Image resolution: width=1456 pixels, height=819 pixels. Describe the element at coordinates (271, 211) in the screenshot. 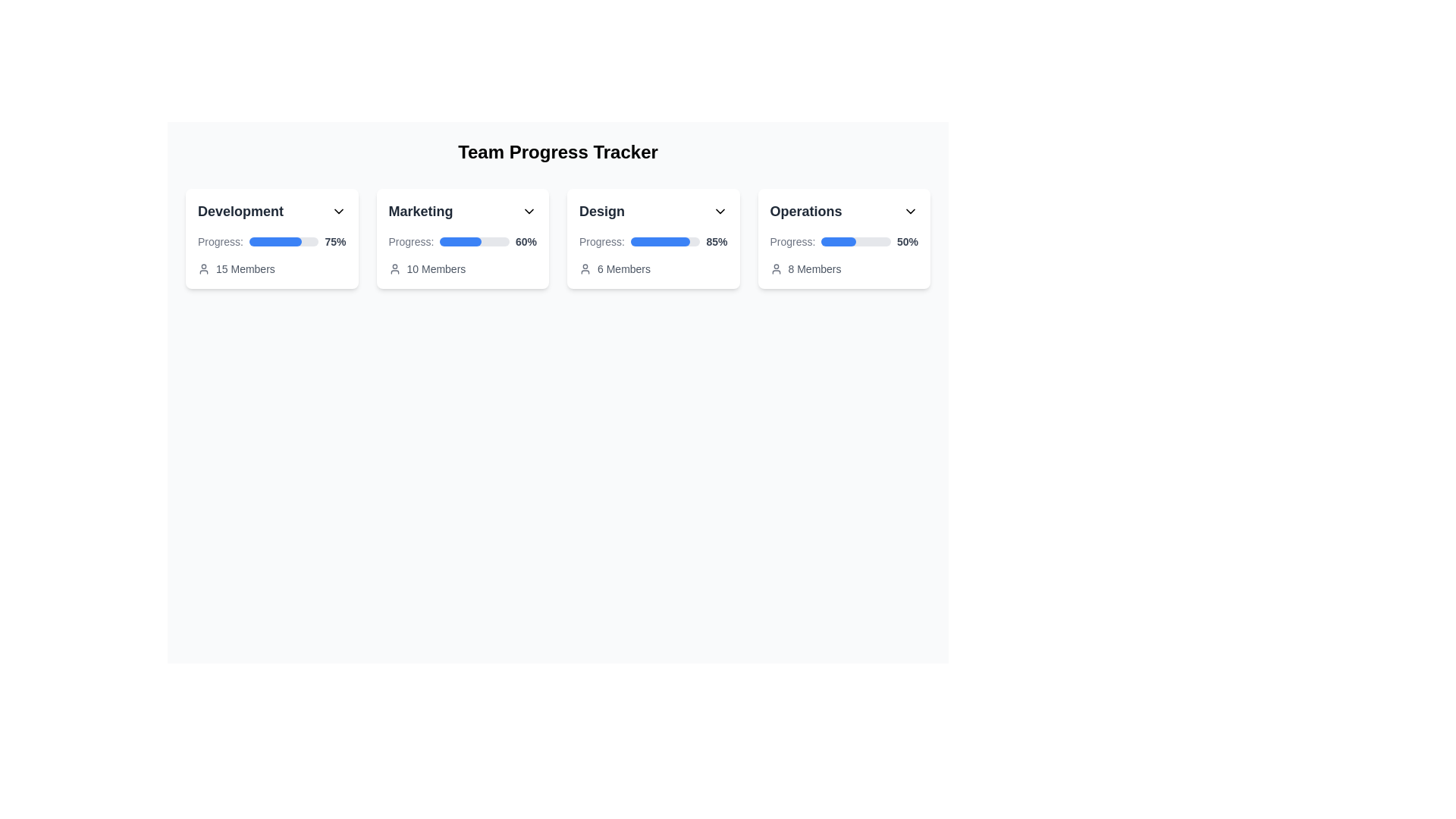

I see `the Text Label indicating the category or group of content in the card titled 'Development', which is located at the top-left corner of the card layout` at that location.